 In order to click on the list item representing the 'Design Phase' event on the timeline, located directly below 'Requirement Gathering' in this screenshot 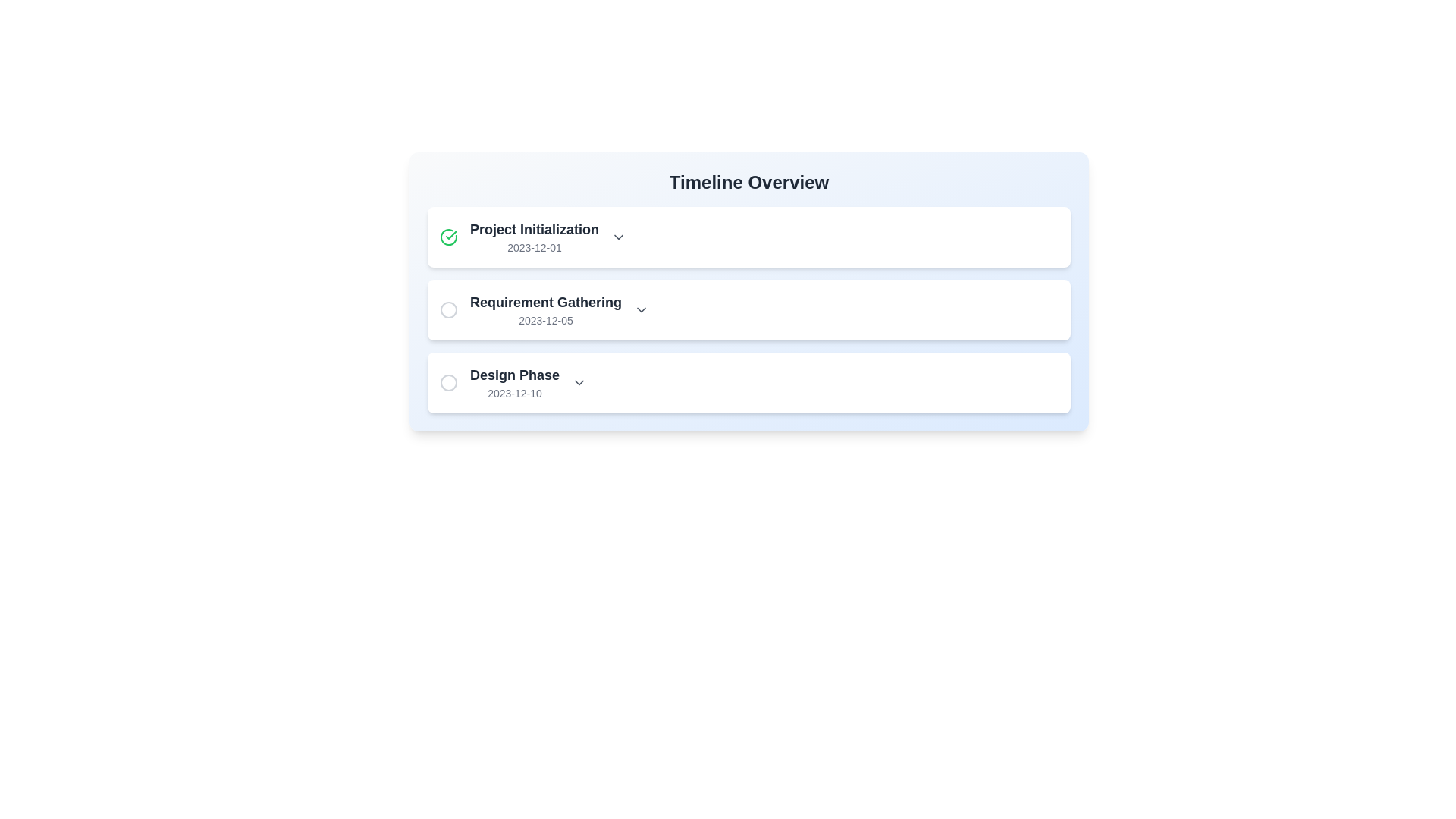, I will do `click(749, 382)`.